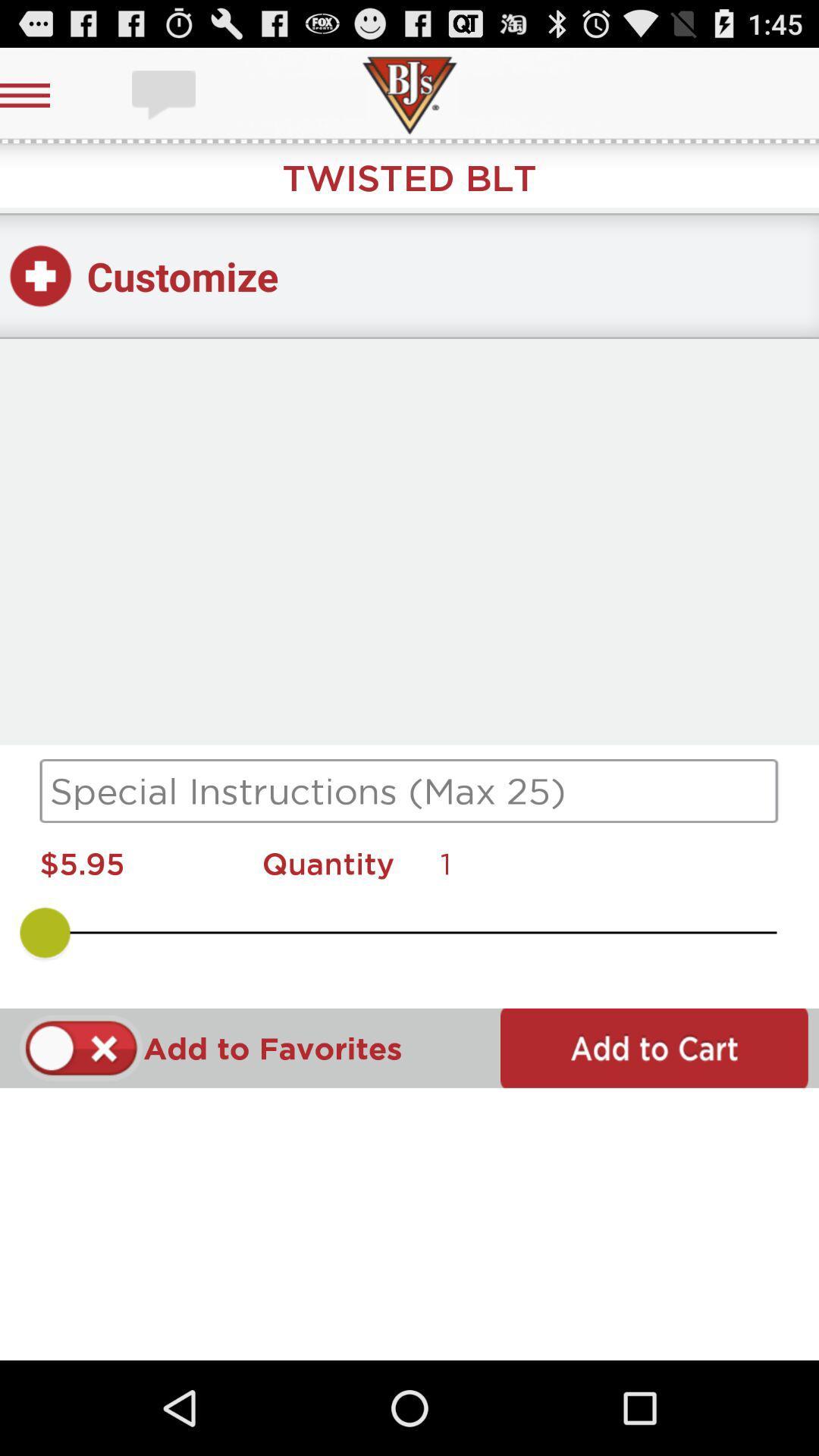 This screenshot has width=819, height=1456. I want to click on to cart, so click(653, 1047).